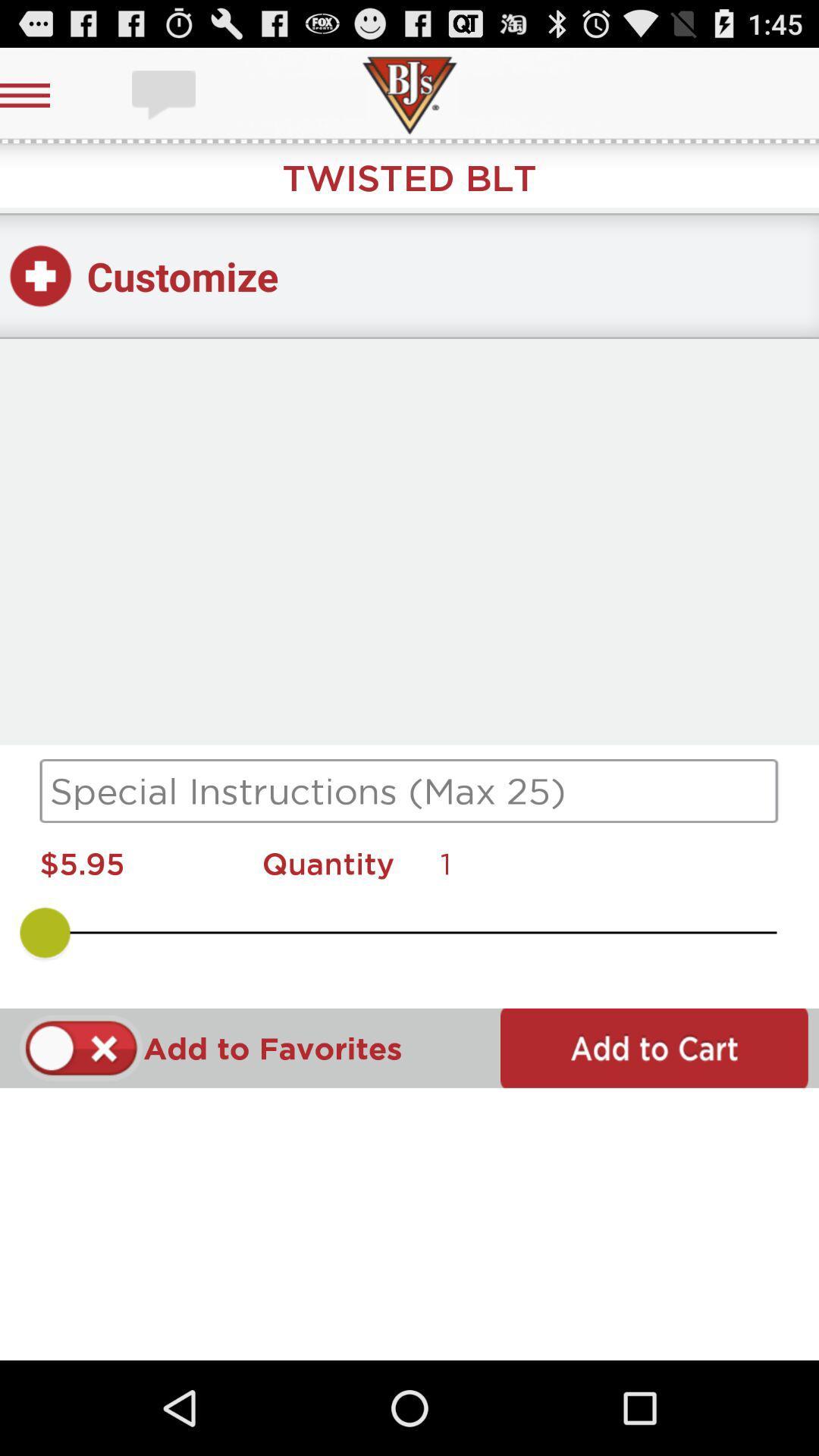 This screenshot has width=819, height=1456. I want to click on to cart, so click(653, 1047).